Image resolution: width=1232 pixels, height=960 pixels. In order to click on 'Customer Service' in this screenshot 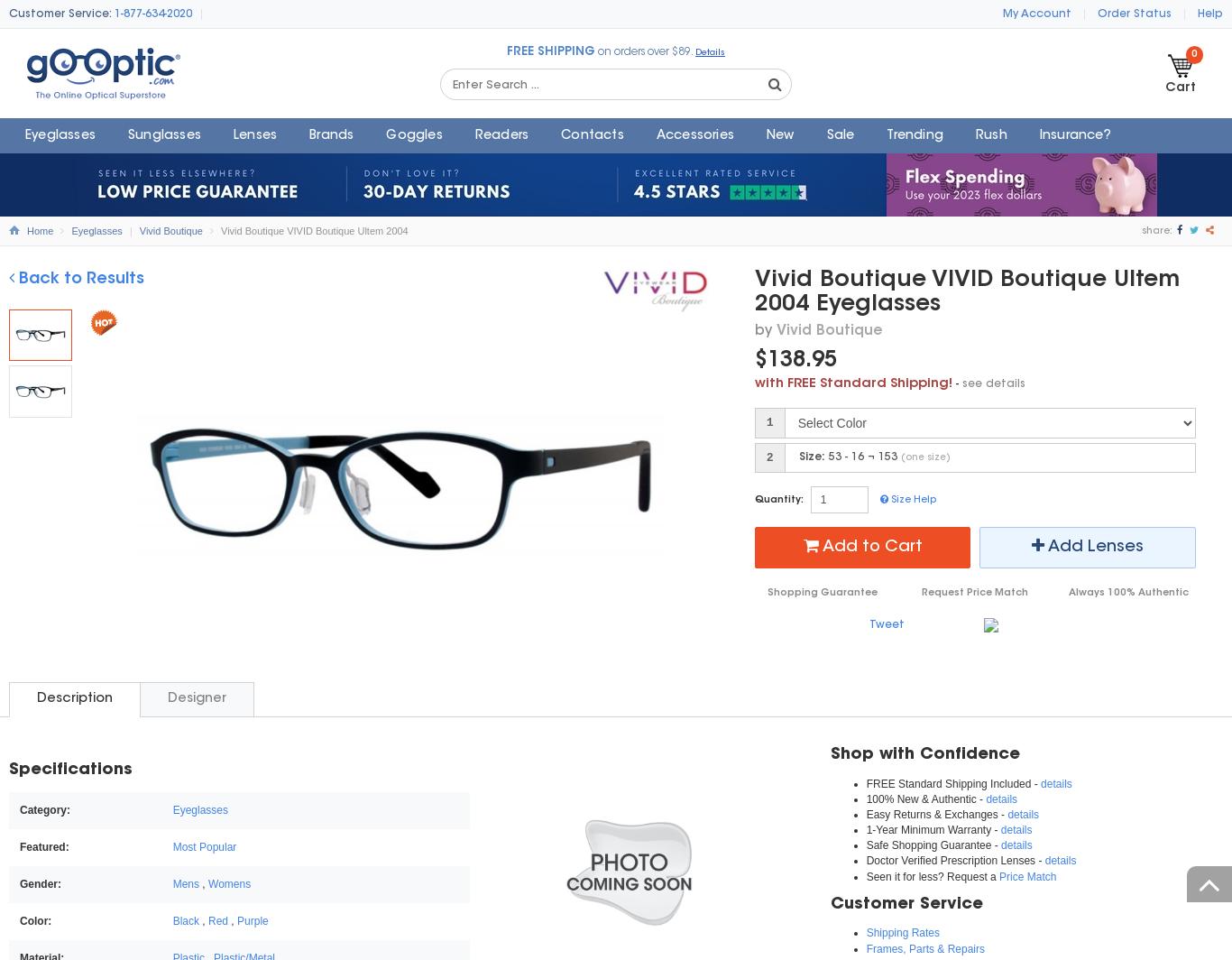, I will do `click(830, 903)`.